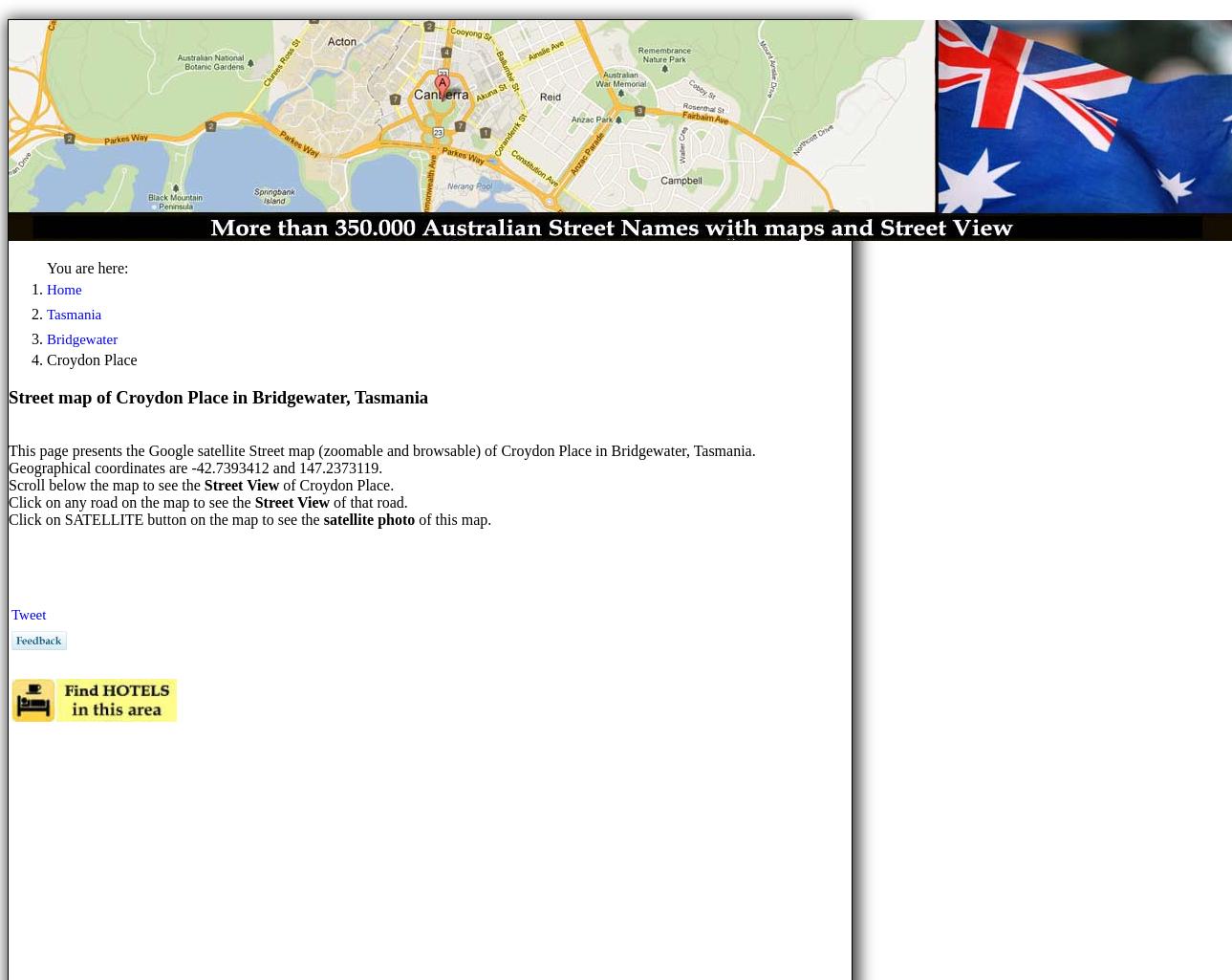 Image resolution: width=1232 pixels, height=980 pixels. I want to click on 'Street map of Croydon Place in Bridgewater, Tasmania', so click(217, 396).